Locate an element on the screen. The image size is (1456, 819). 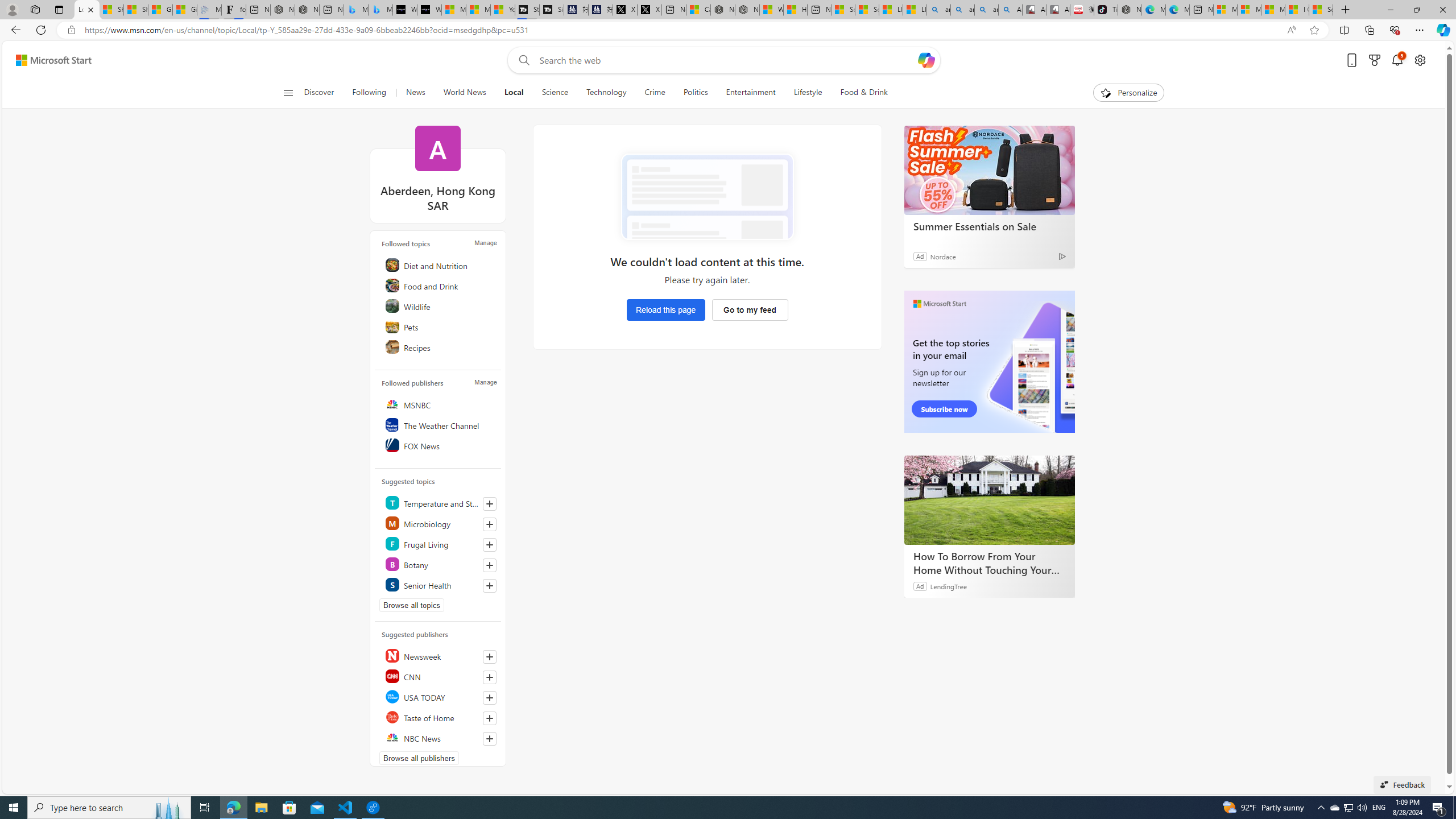
'amazon - Search Images' is located at coordinates (986, 9).